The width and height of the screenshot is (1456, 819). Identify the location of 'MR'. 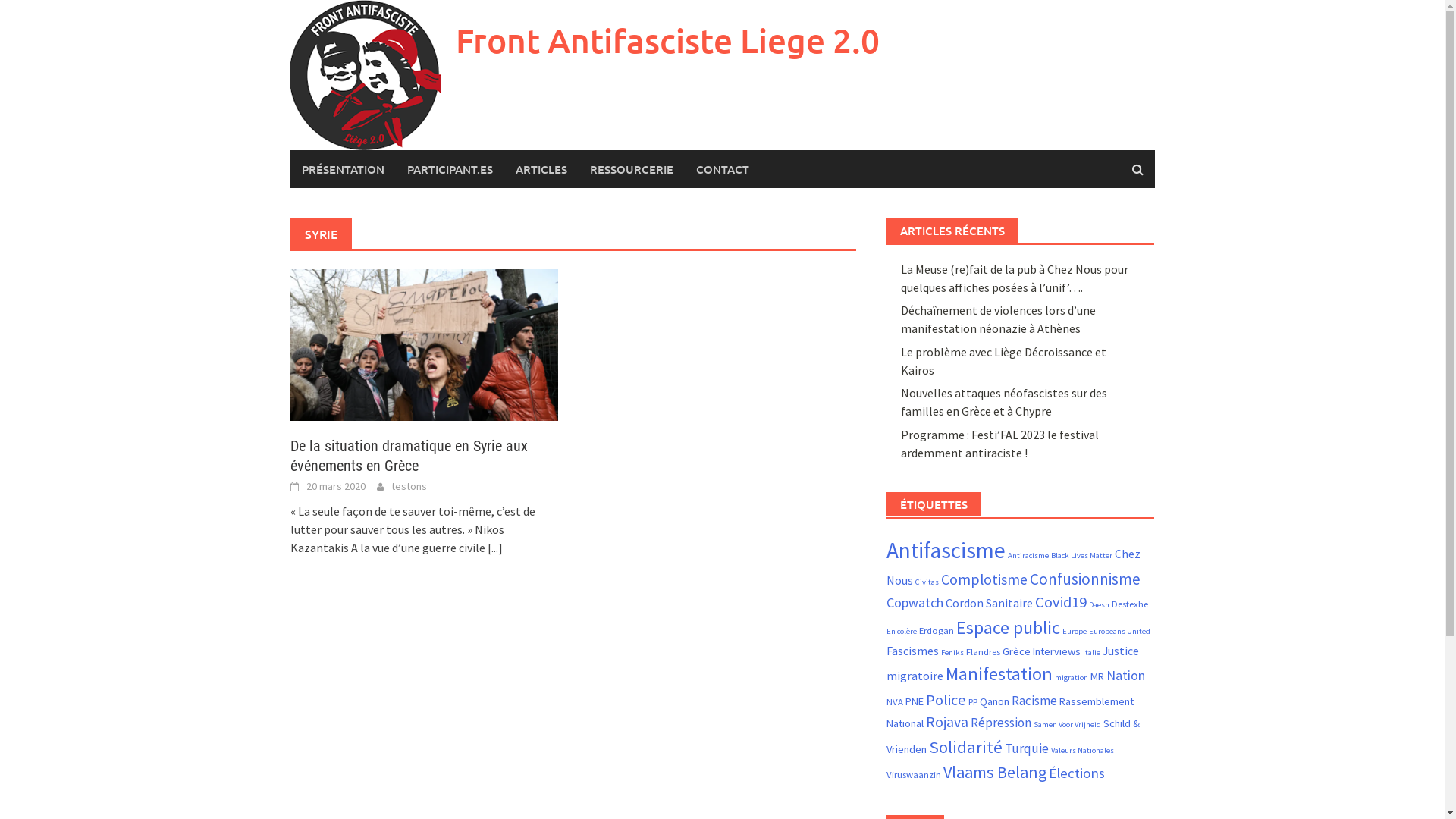
(1097, 675).